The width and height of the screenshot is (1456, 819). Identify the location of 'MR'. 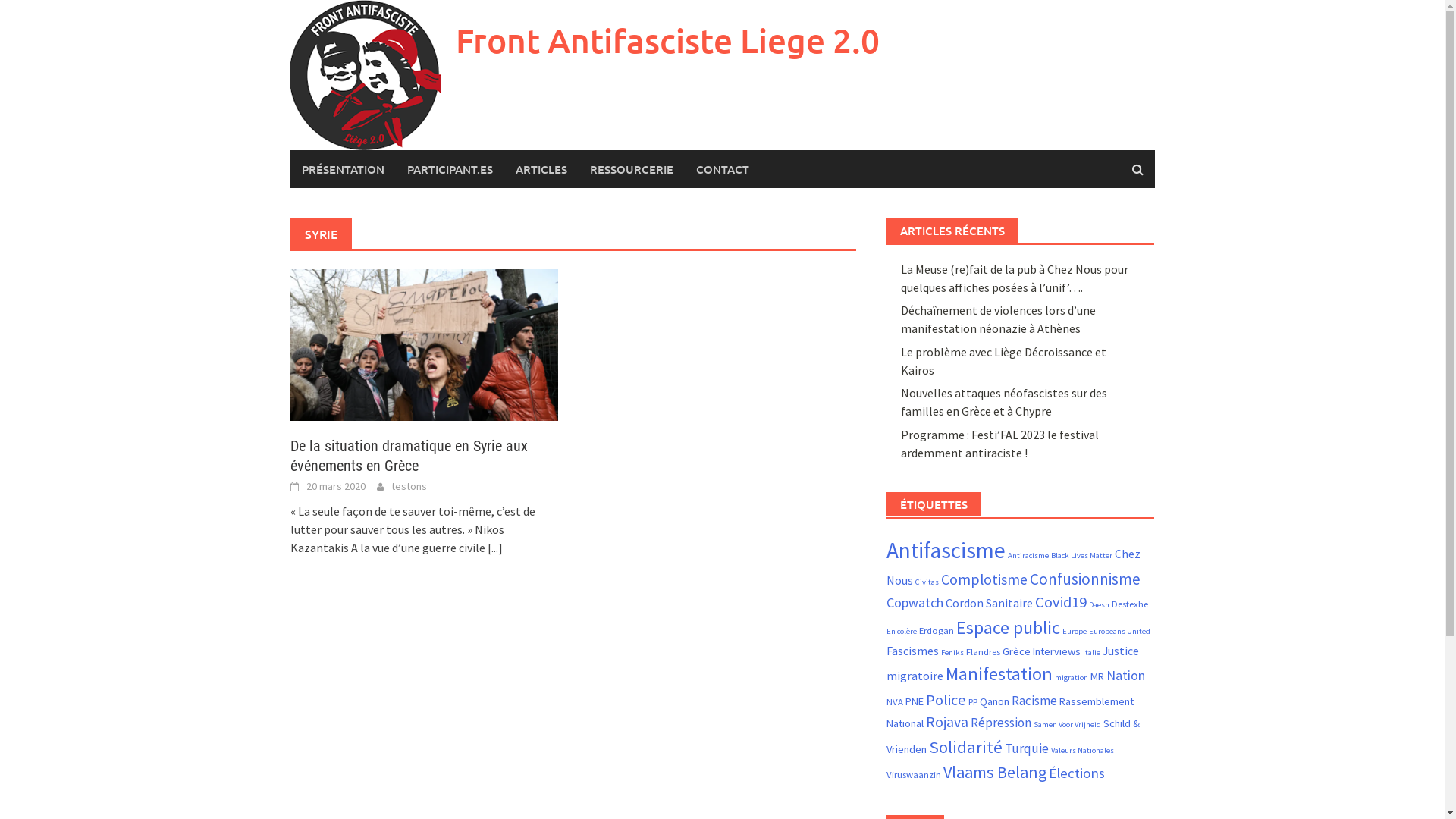
(1097, 675).